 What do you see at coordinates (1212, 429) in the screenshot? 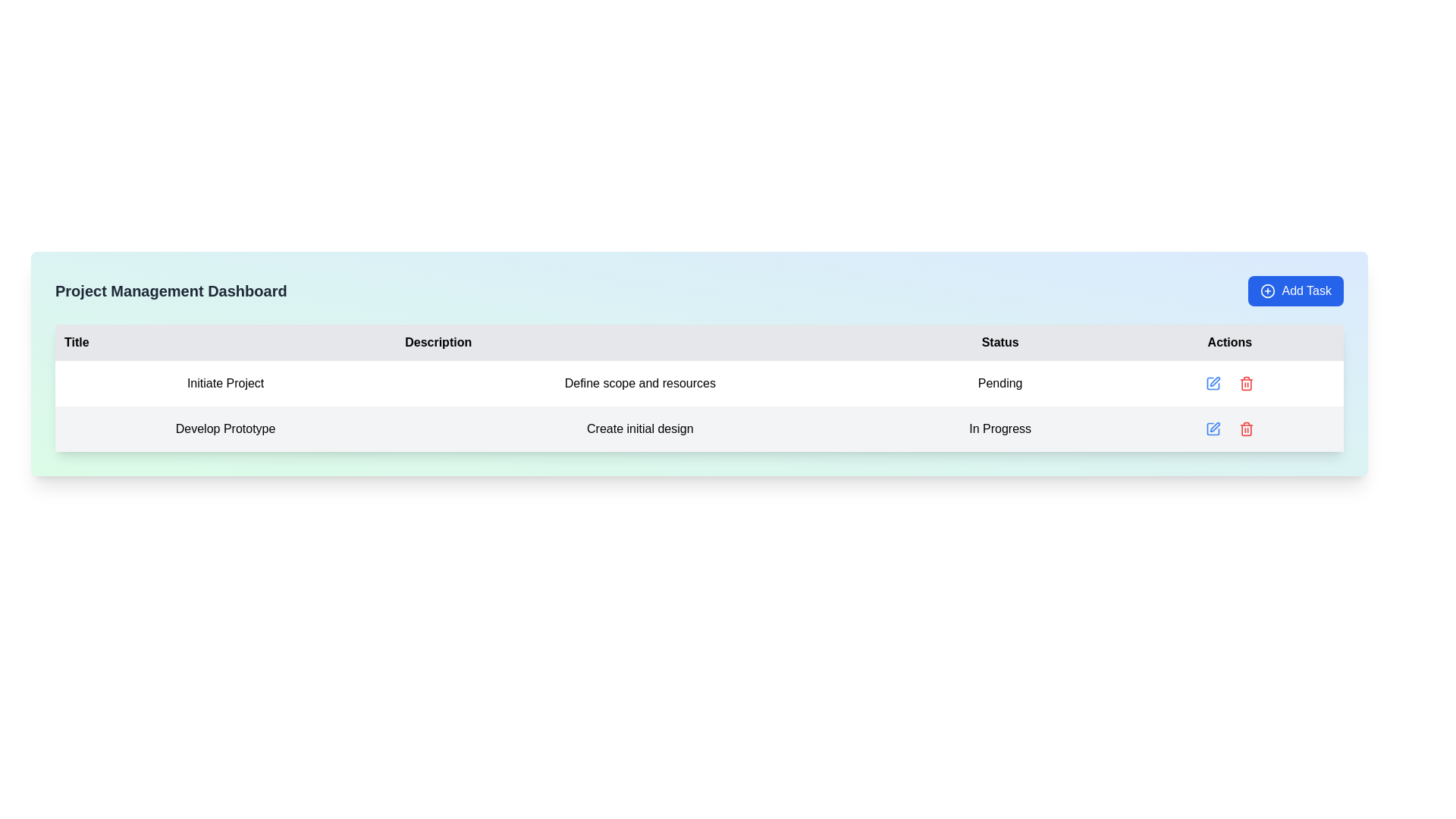
I see `the 'Edit' SVG icon located in the 'Actions' column of the second row for the task labeled 'Develop Prototype'` at bounding box center [1212, 429].